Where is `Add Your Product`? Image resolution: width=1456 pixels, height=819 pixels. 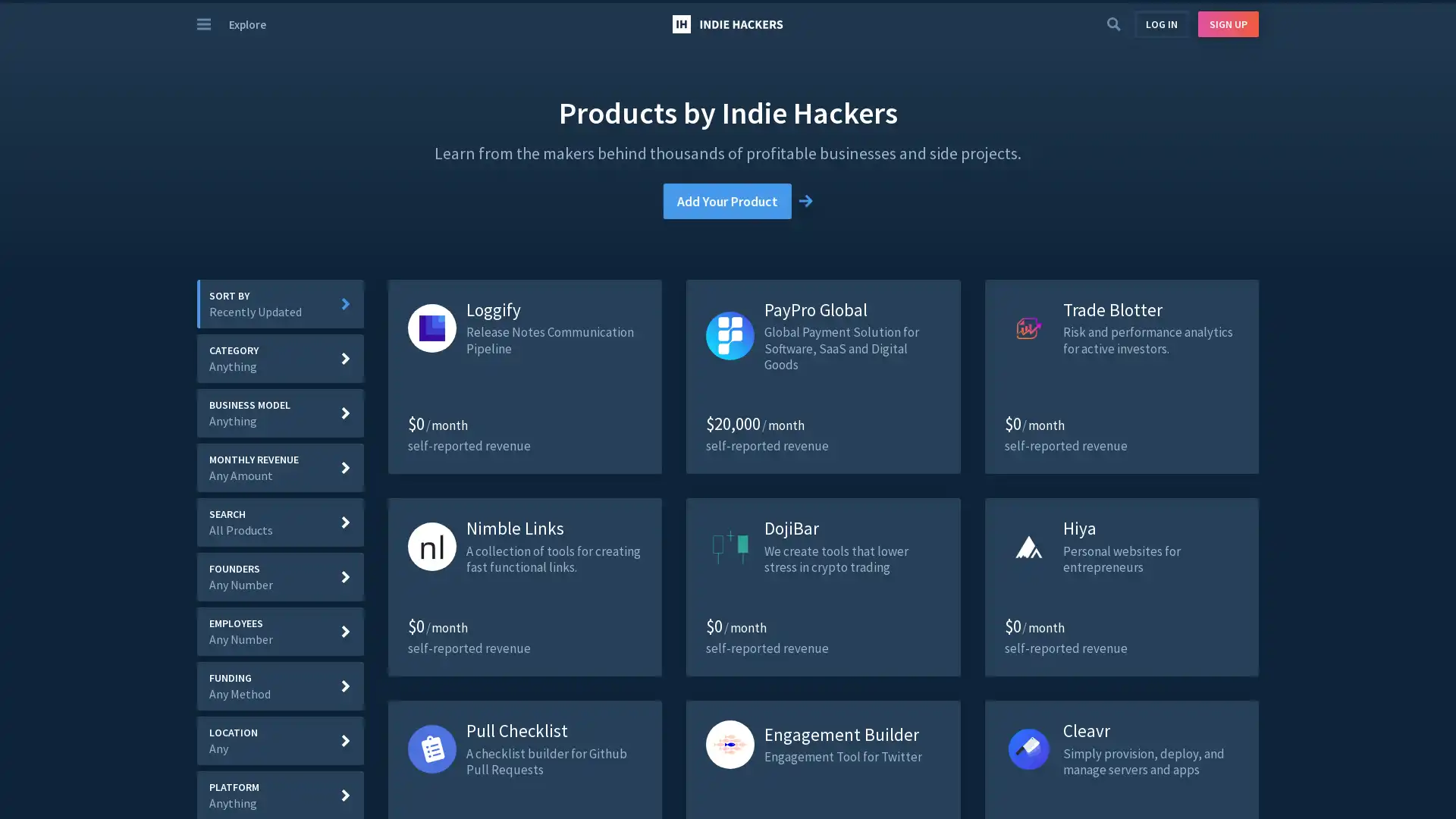 Add Your Product is located at coordinates (716, 209).